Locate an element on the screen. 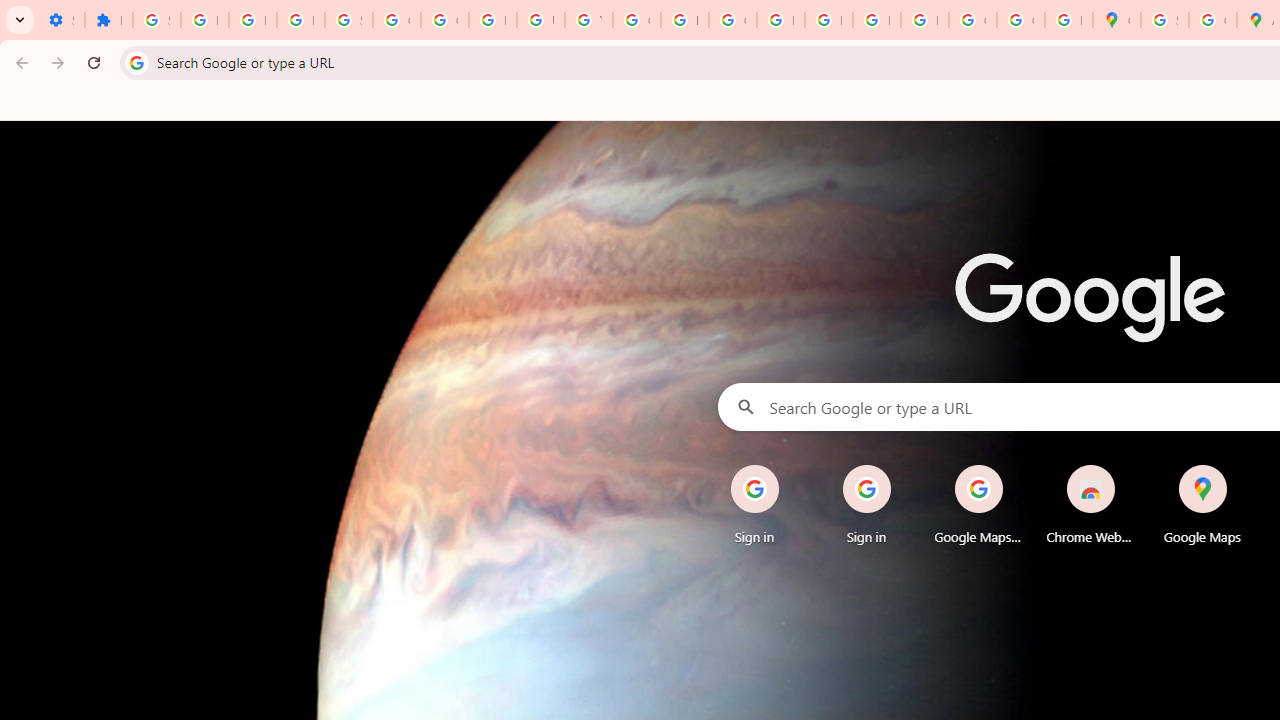 This screenshot has width=1280, height=720. 'Google Maps' is located at coordinates (1201, 504).